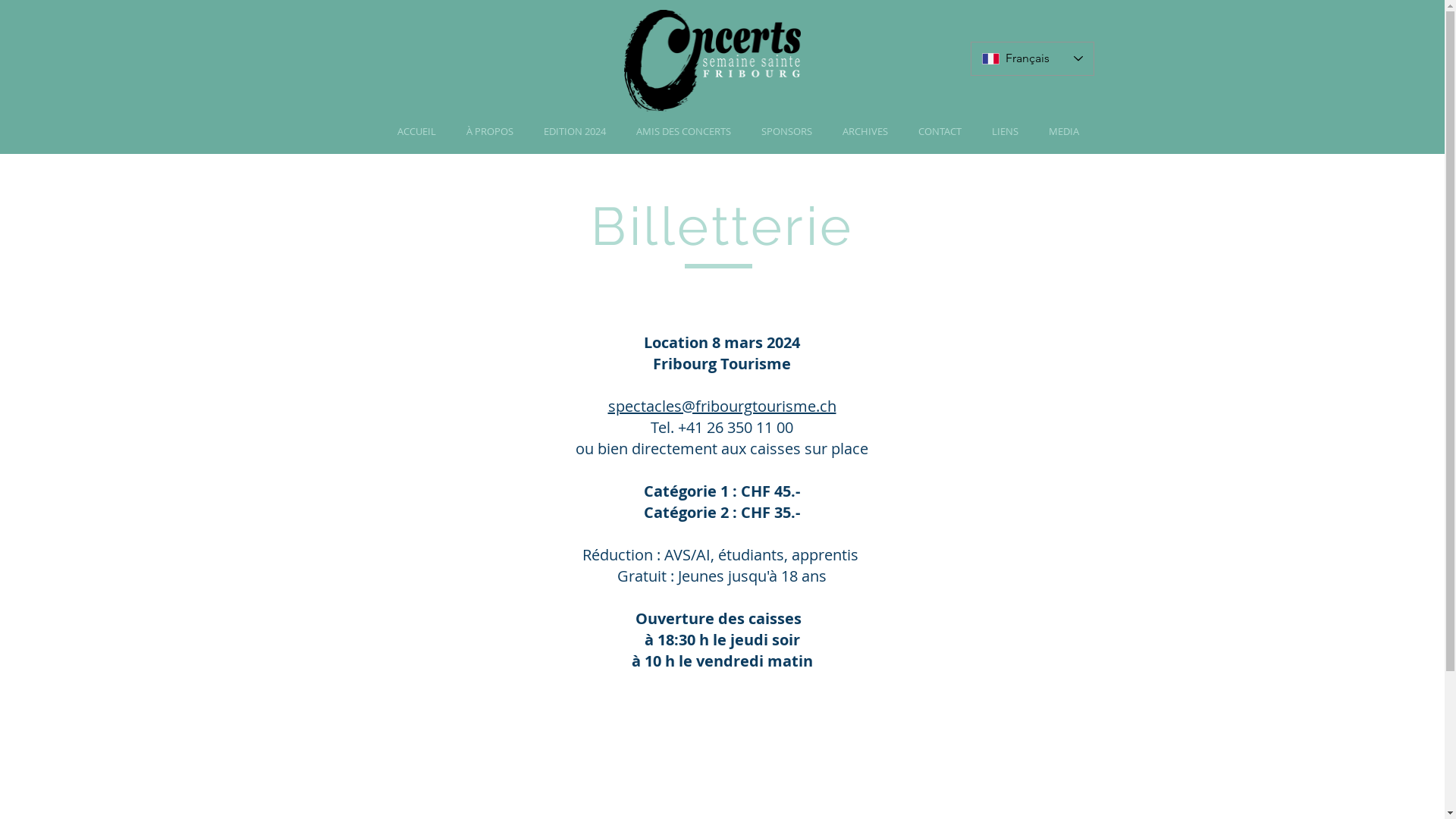 This screenshot has height=819, width=1456. What do you see at coordinates (786, 130) in the screenshot?
I see `'SPONSORS'` at bounding box center [786, 130].